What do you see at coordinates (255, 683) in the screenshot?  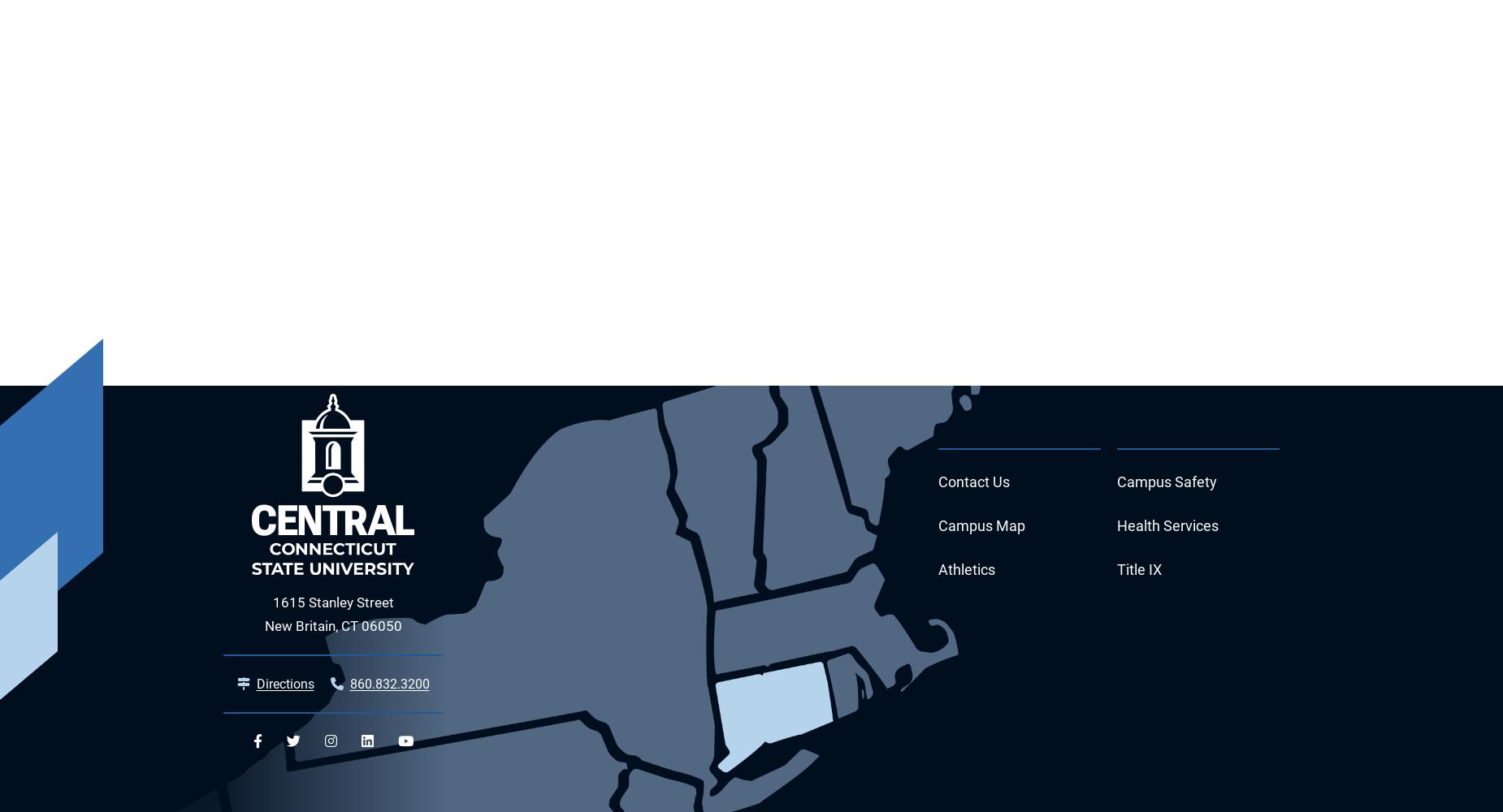 I see `'Directions'` at bounding box center [255, 683].